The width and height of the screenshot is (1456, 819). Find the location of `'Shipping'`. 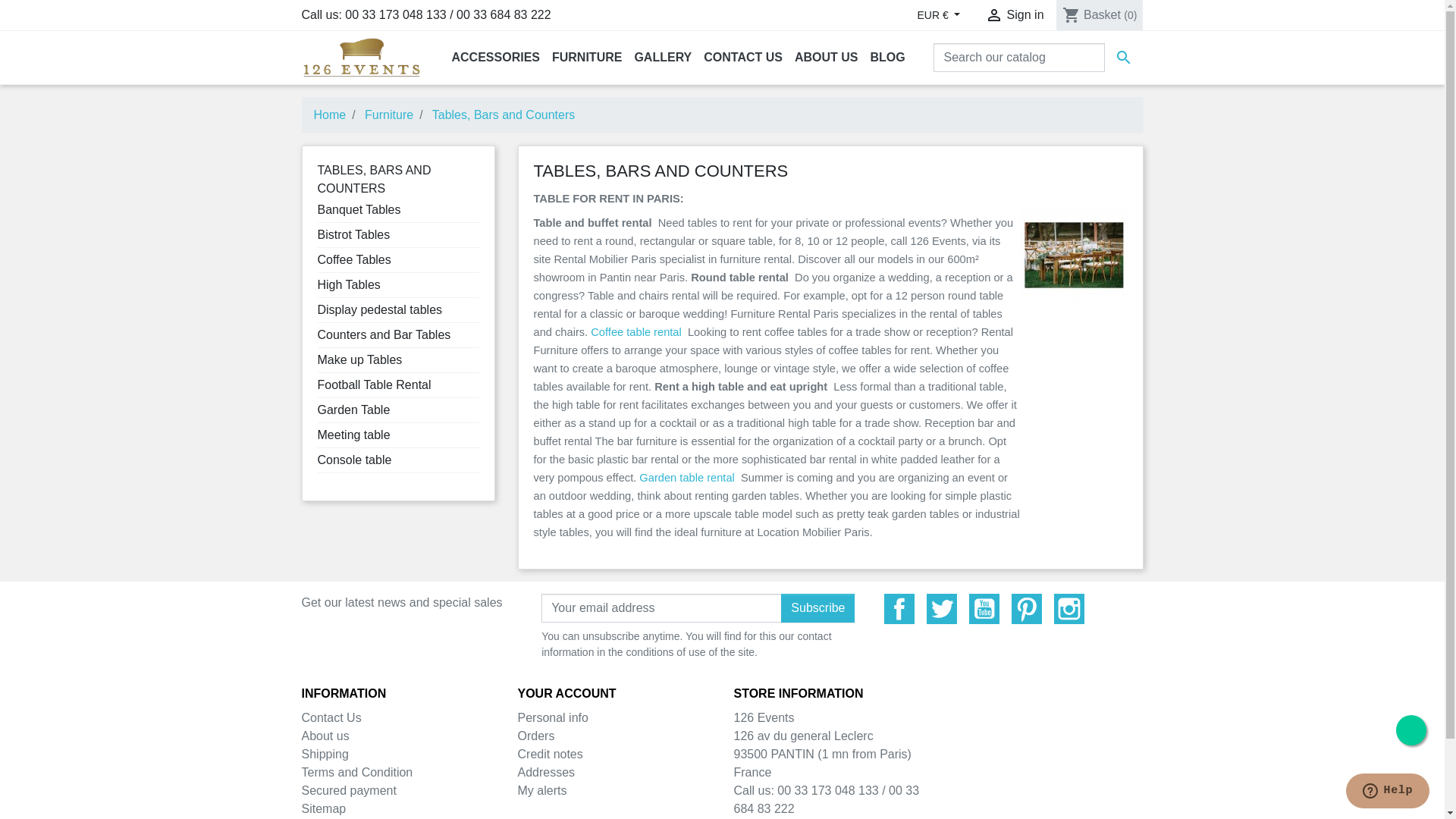

'Shipping' is located at coordinates (324, 754).